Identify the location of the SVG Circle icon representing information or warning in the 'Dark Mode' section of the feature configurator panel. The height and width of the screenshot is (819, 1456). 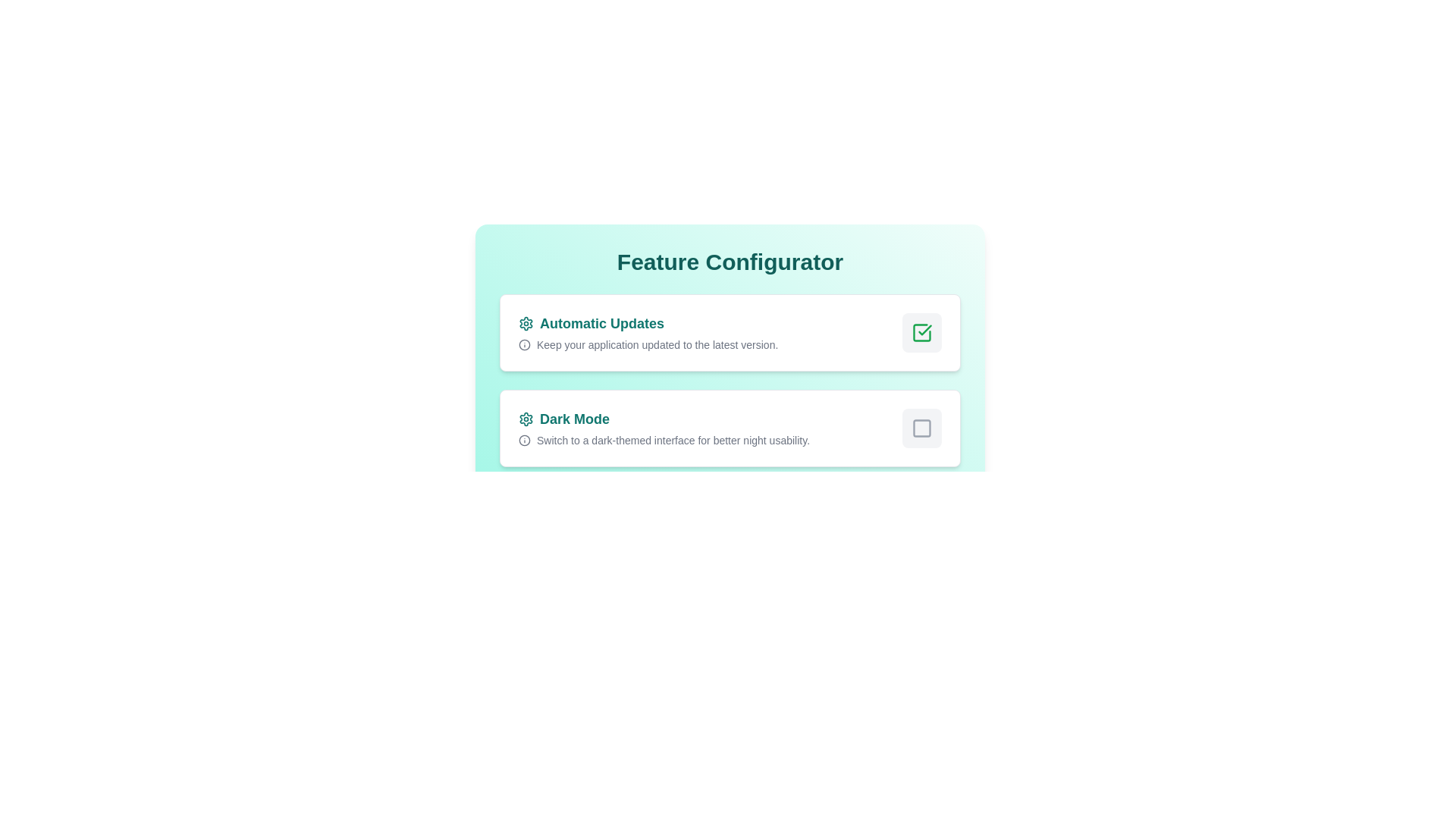
(524, 441).